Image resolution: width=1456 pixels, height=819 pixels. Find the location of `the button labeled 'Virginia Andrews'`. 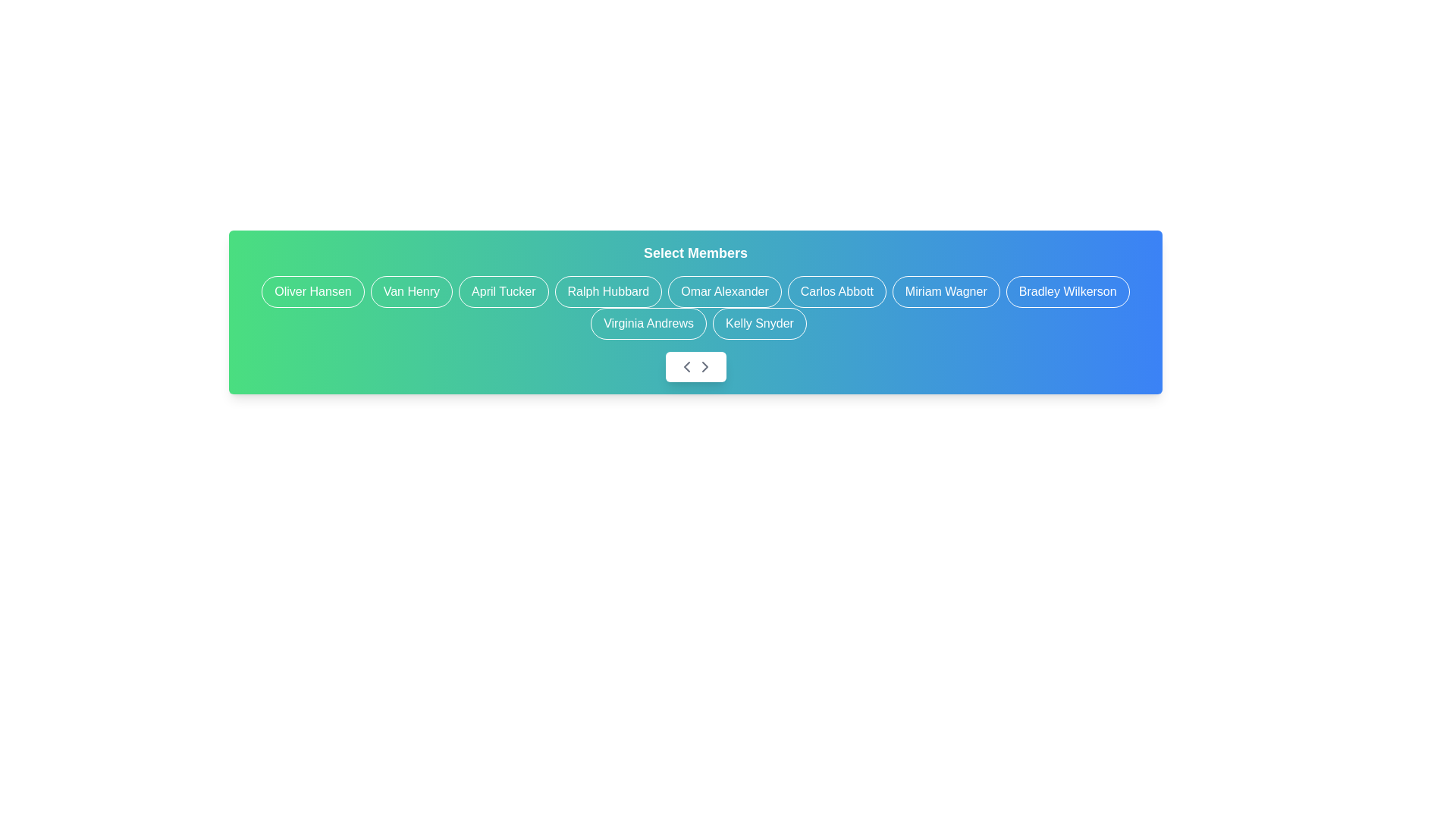

the button labeled 'Virginia Andrews' is located at coordinates (648, 323).